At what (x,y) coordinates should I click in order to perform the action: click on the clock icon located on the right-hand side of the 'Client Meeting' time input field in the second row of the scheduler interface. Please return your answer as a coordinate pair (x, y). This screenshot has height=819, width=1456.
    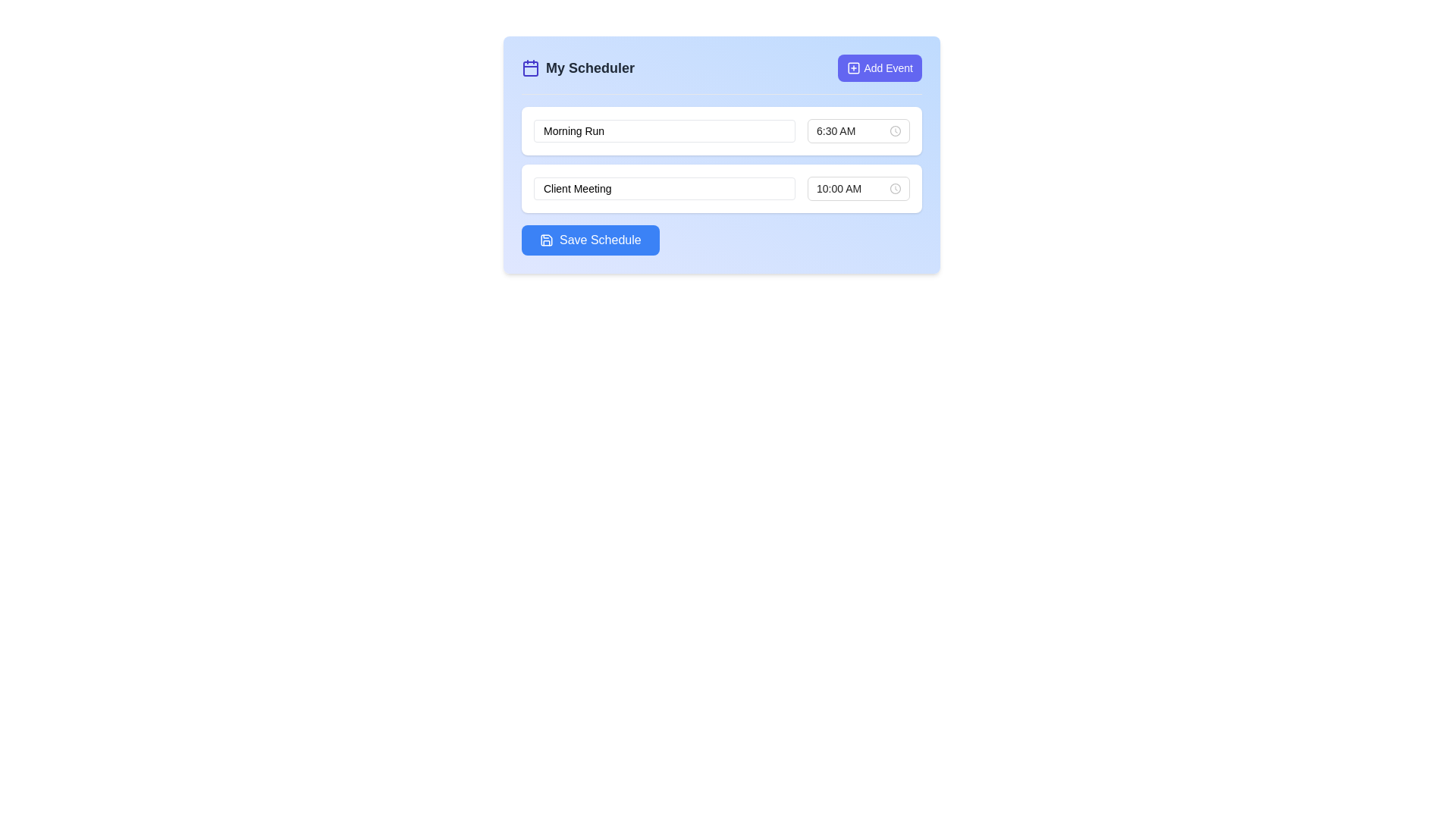
    Looking at the image, I should click on (895, 188).